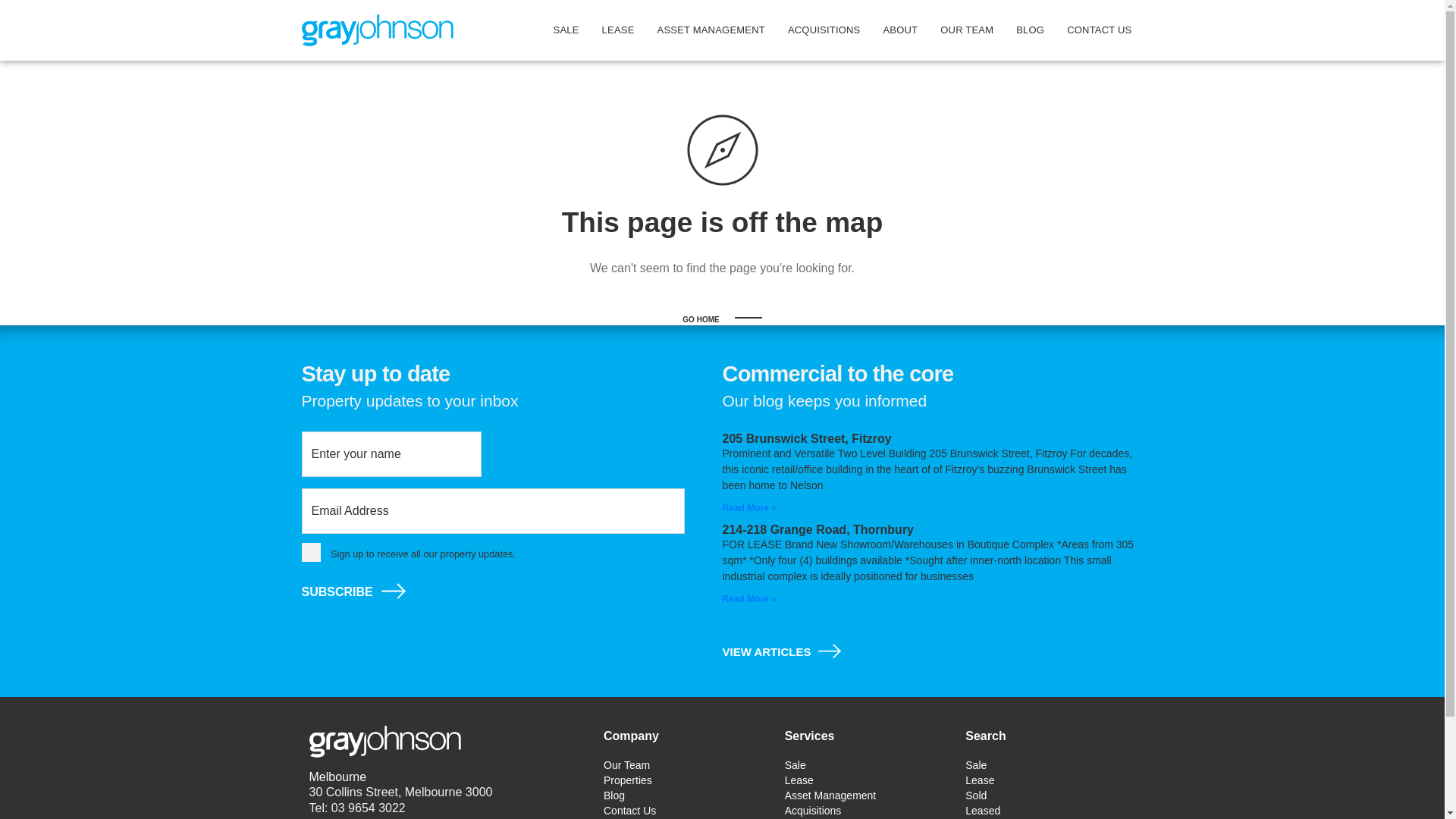  Describe the element at coordinates (1048, 809) in the screenshot. I see `'Leased'` at that location.